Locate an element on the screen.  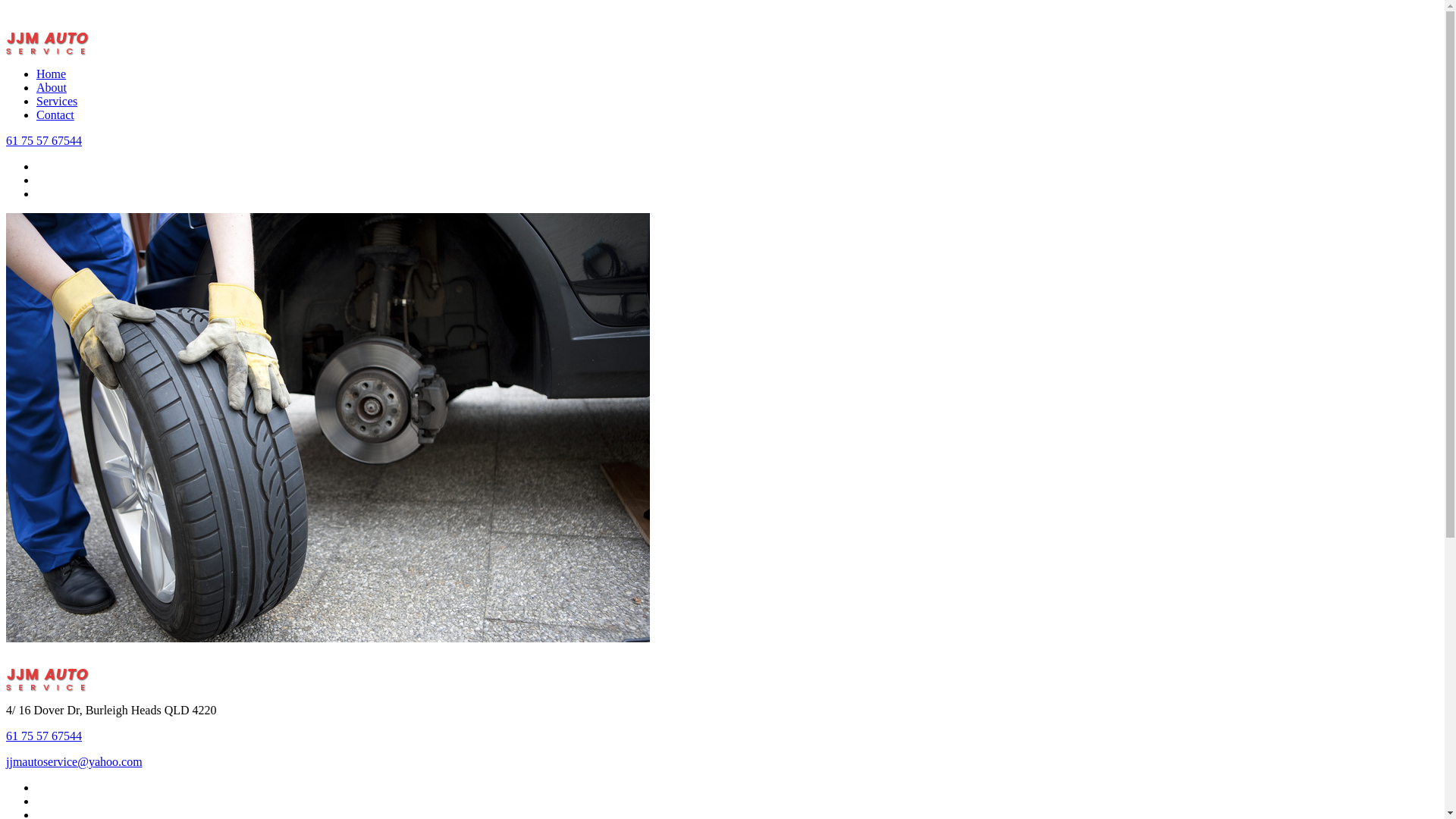
'Contact' is located at coordinates (55, 114).